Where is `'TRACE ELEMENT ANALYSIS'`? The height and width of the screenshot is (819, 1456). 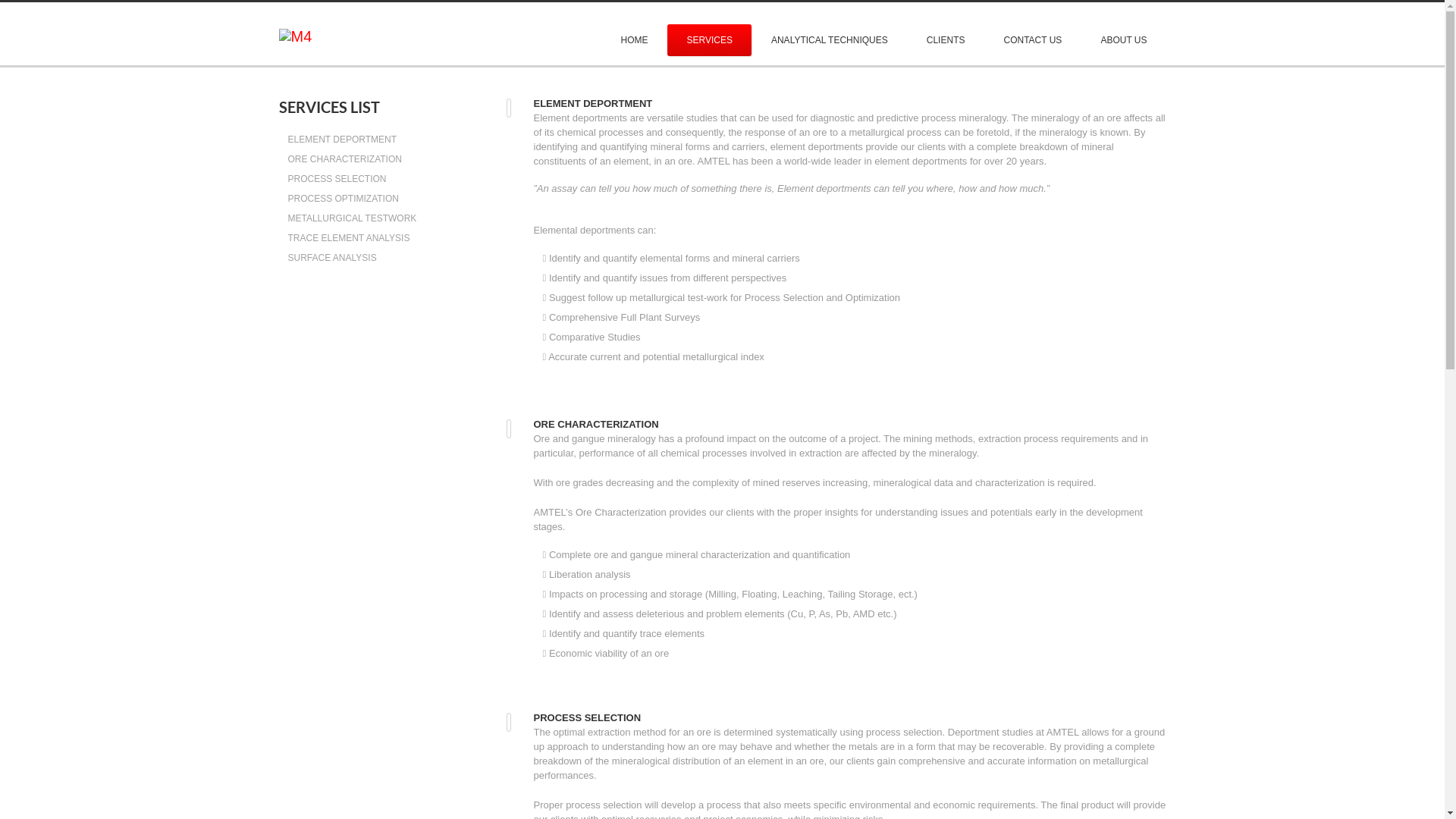
'TRACE ELEMENT ANALYSIS' is located at coordinates (287, 237).